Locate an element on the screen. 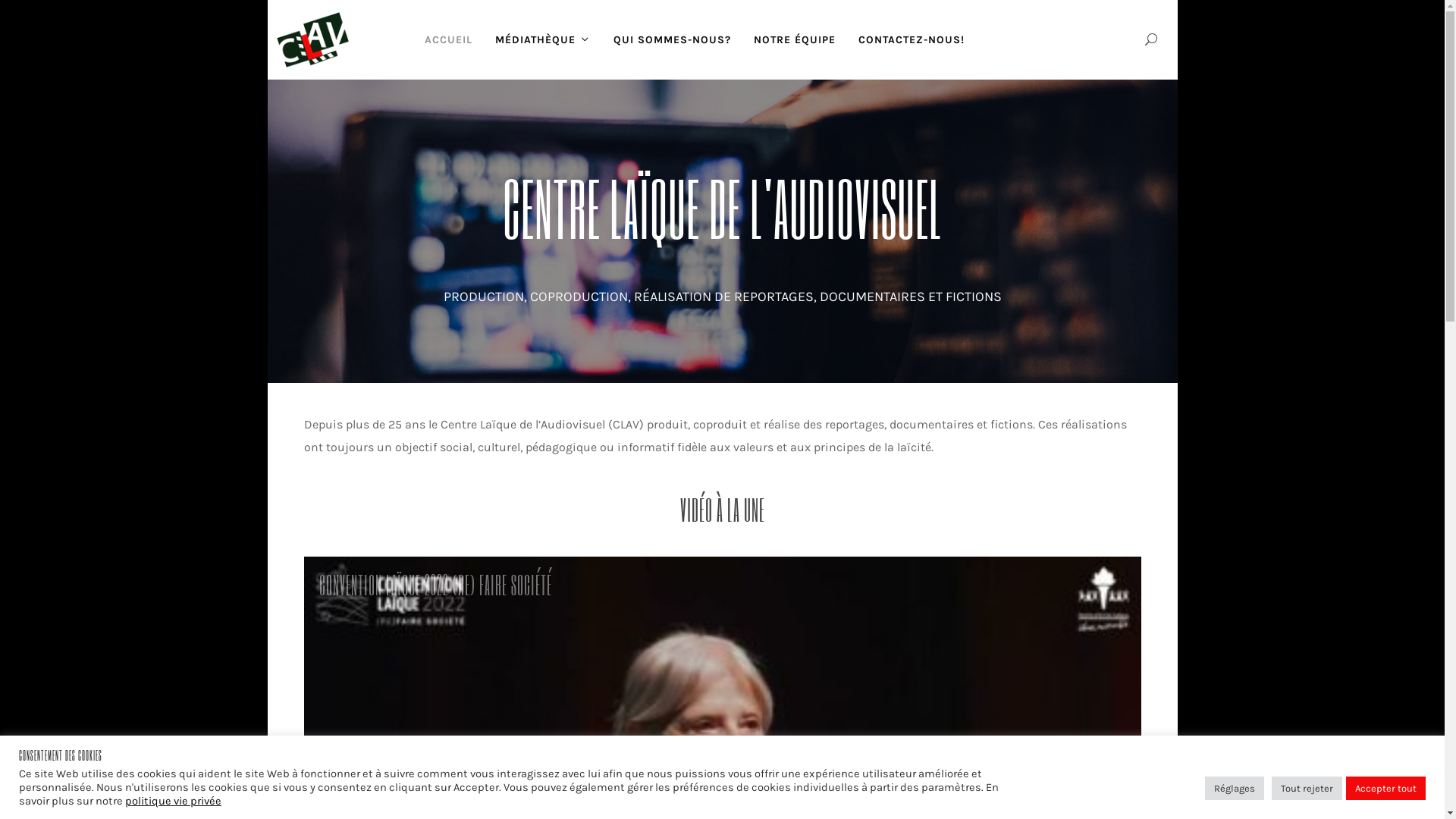 This screenshot has width=1456, height=819. 'Accepter tout' is located at coordinates (1385, 787).